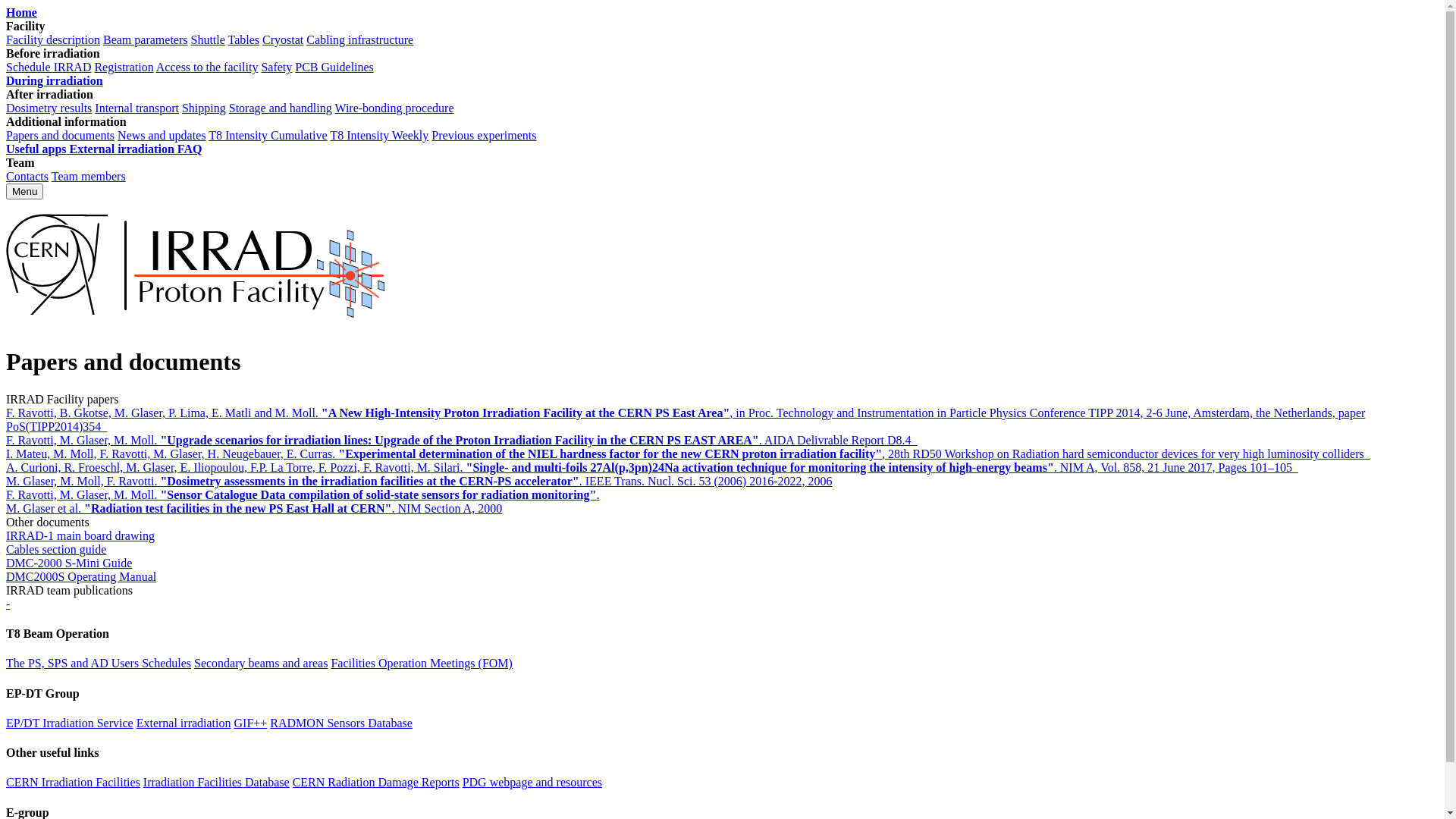  I want to click on 'Schedule IRRAD', so click(6, 66).